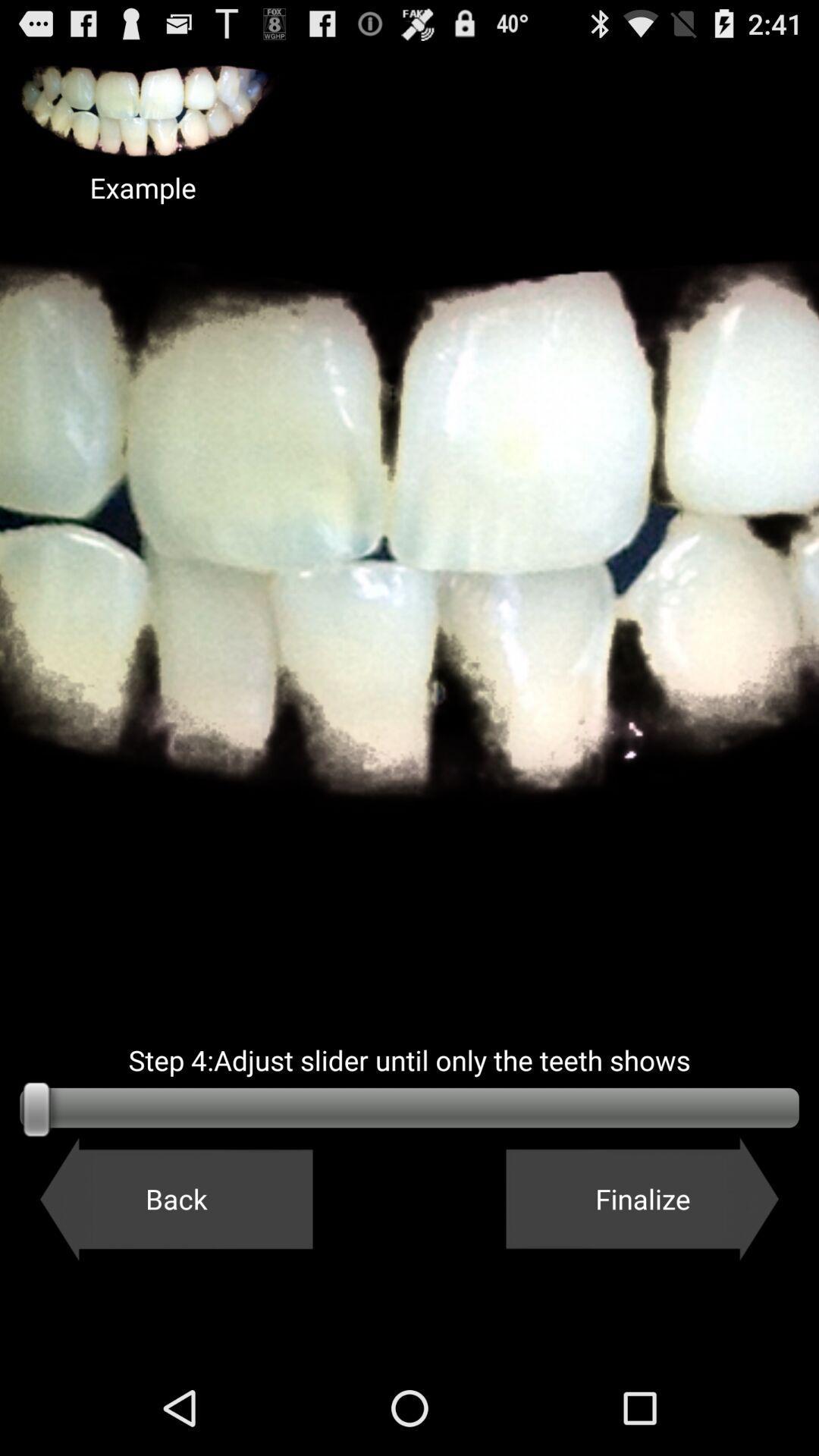  I want to click on the button next to finalize icon, so click(175, 1198).